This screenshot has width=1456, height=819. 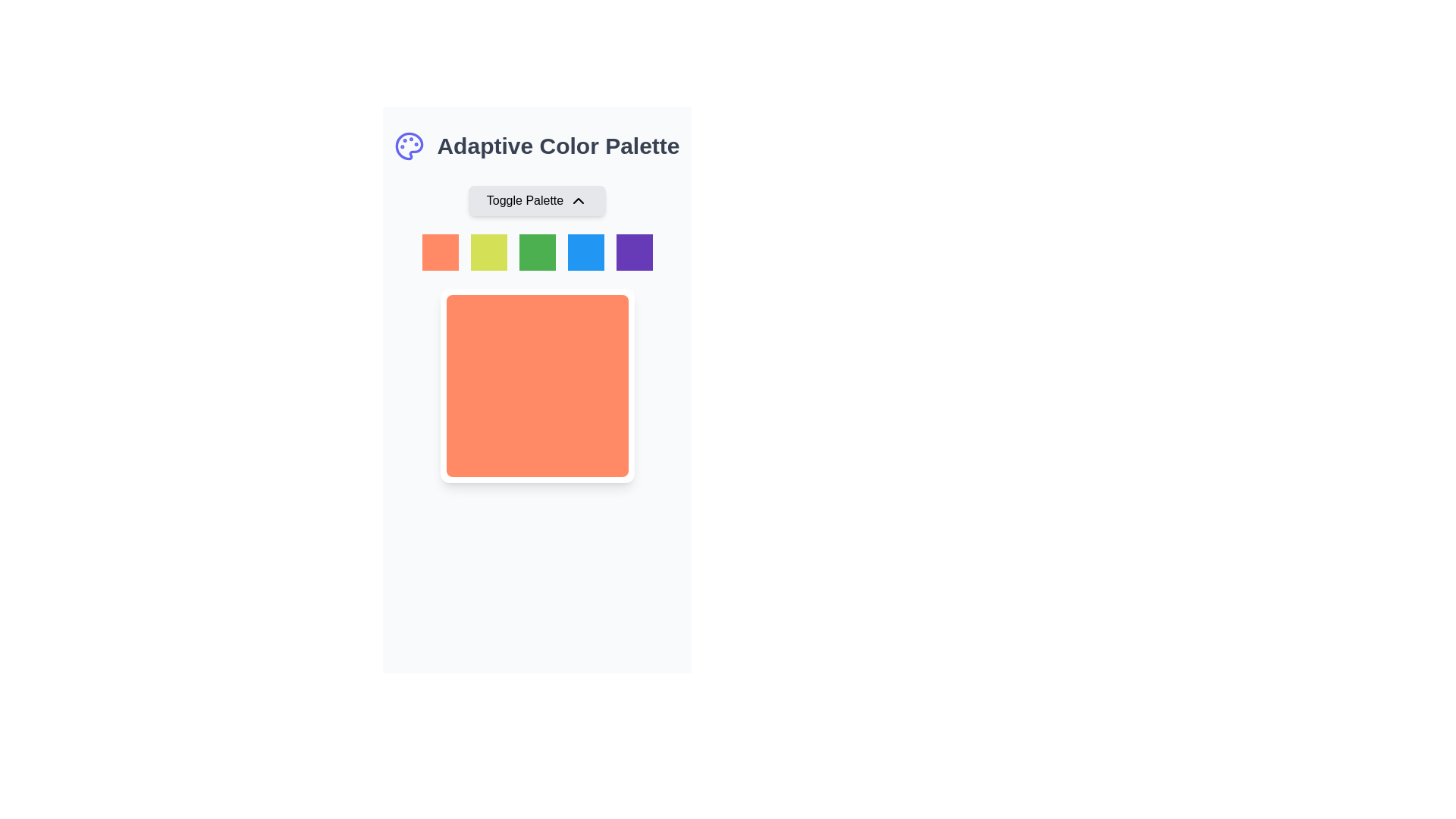 What do you see at coordinates (488, 251) in the screenshot?
I see `the yellow-green selectable color swatch located second from the left in the Adaptive Color Palette section for detailed actions` at bounding box center [488, 251].